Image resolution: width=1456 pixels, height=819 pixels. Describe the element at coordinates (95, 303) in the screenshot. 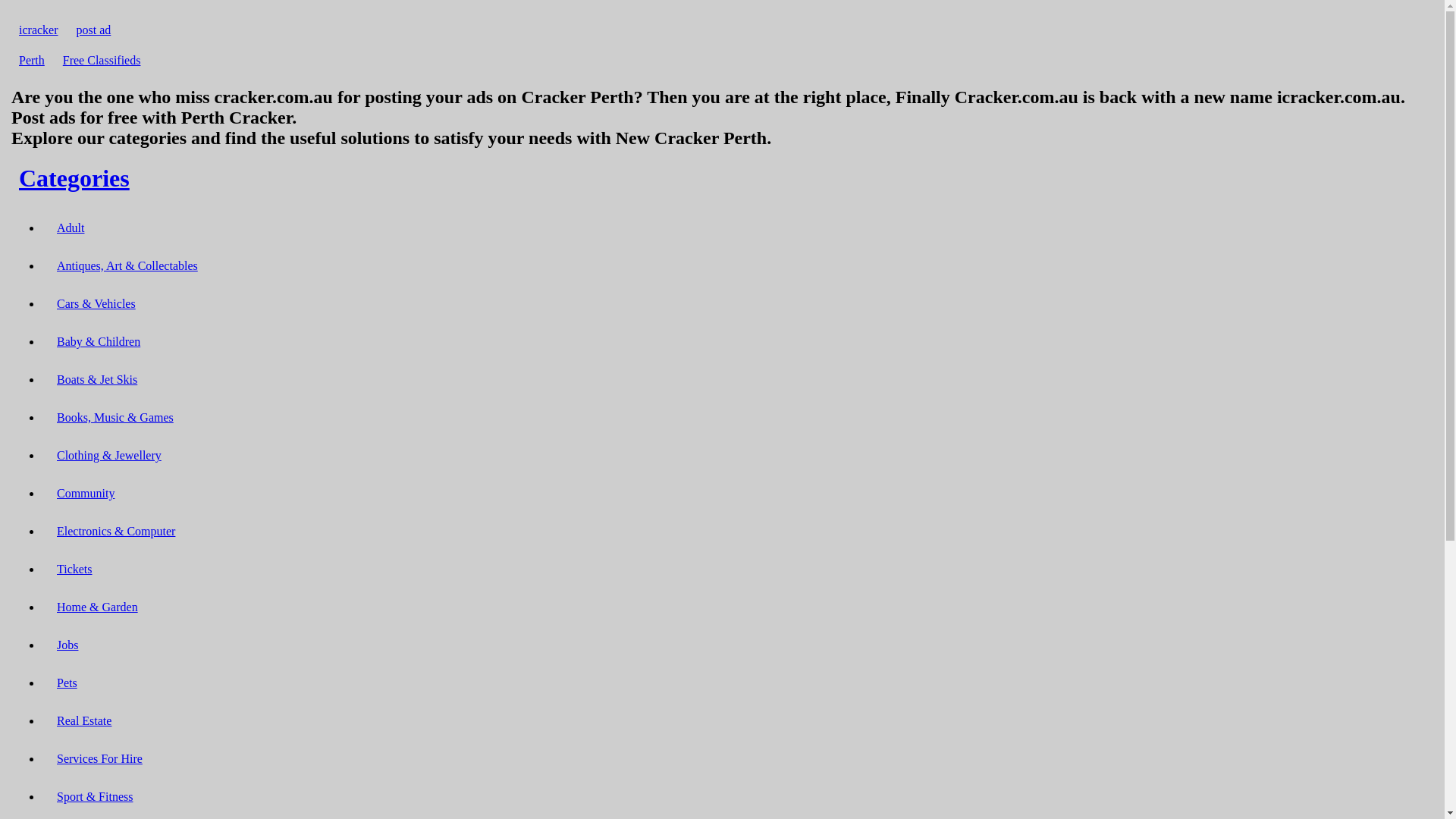

I see `'Cars & Vehicles'` at that location.